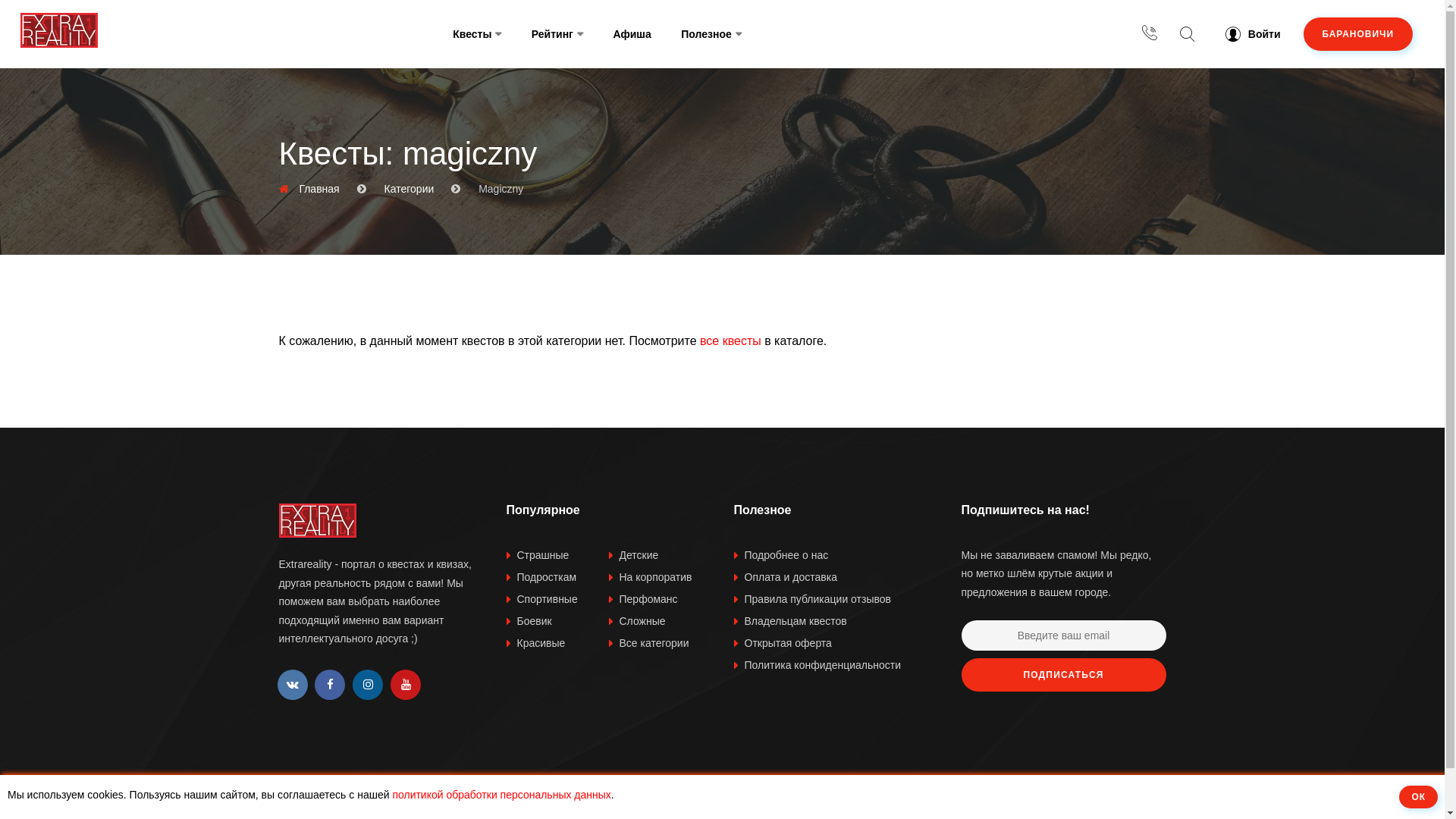  What do you see at coordinates (405, 684) in the screenshot?
I see `'Extrareality Youtube'` at bounding box center [405, 684].